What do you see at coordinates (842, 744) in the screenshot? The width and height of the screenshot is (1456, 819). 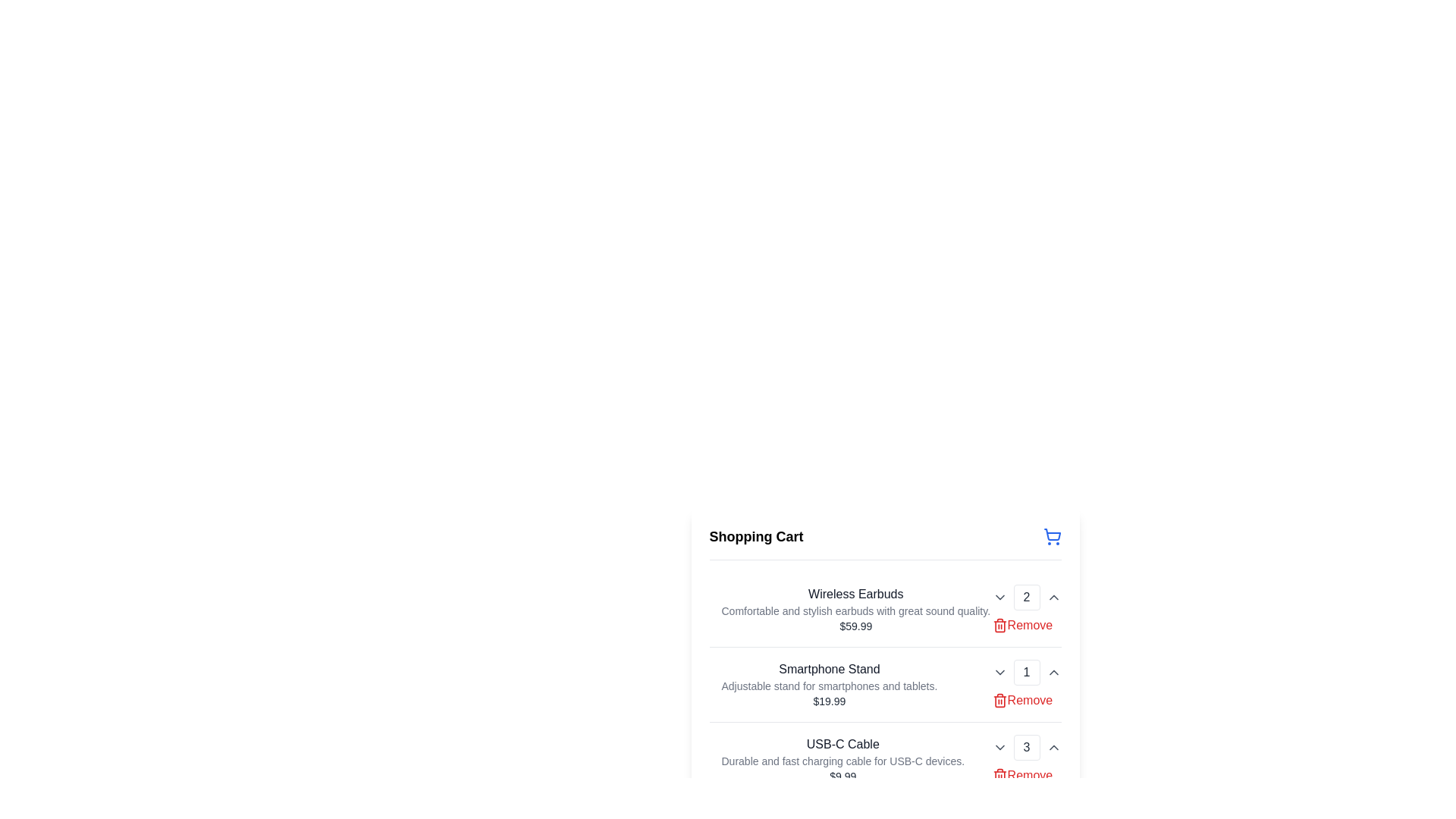 I see `the text label that serves as the title for the product entry, which identifies the item as 'USB-C Cable'` at bounding box center [842, 744].